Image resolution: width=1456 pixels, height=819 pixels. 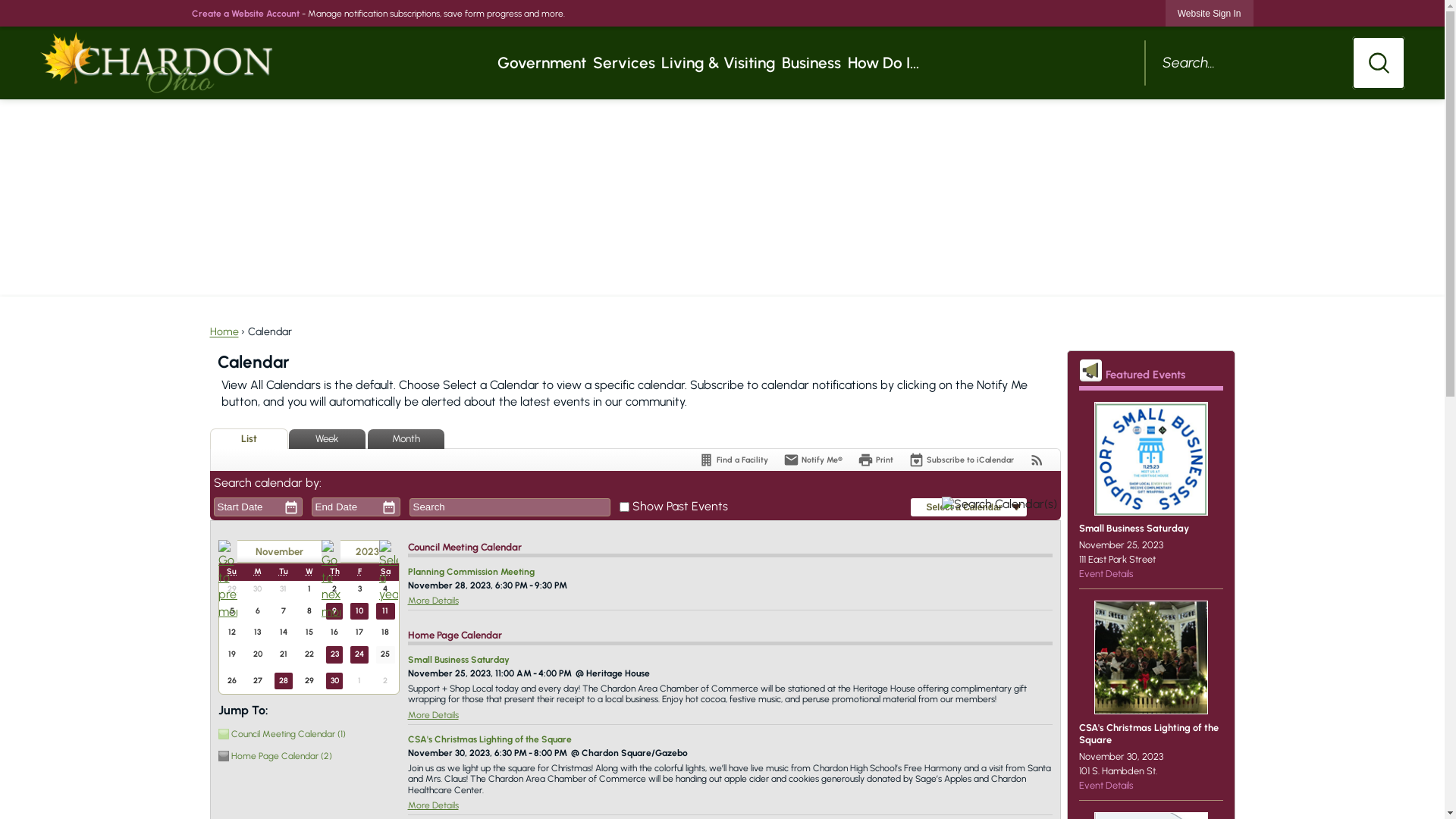 I want to click on 'christmas-lighting-free-harmony-1024x768', so click(x=1150, y=657).